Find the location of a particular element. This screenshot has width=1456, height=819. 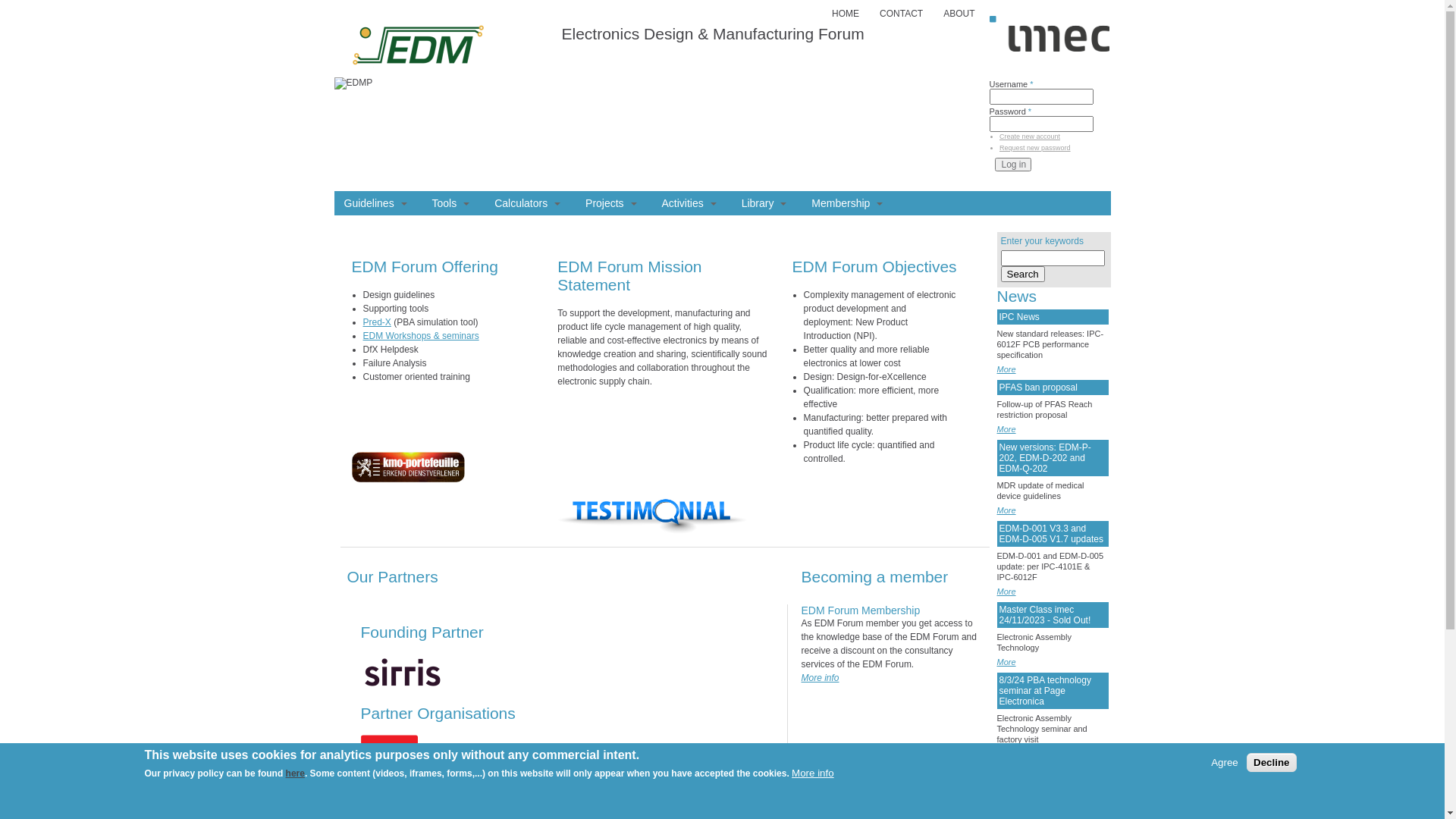

'Activities' is located at coordinates (688, 202).